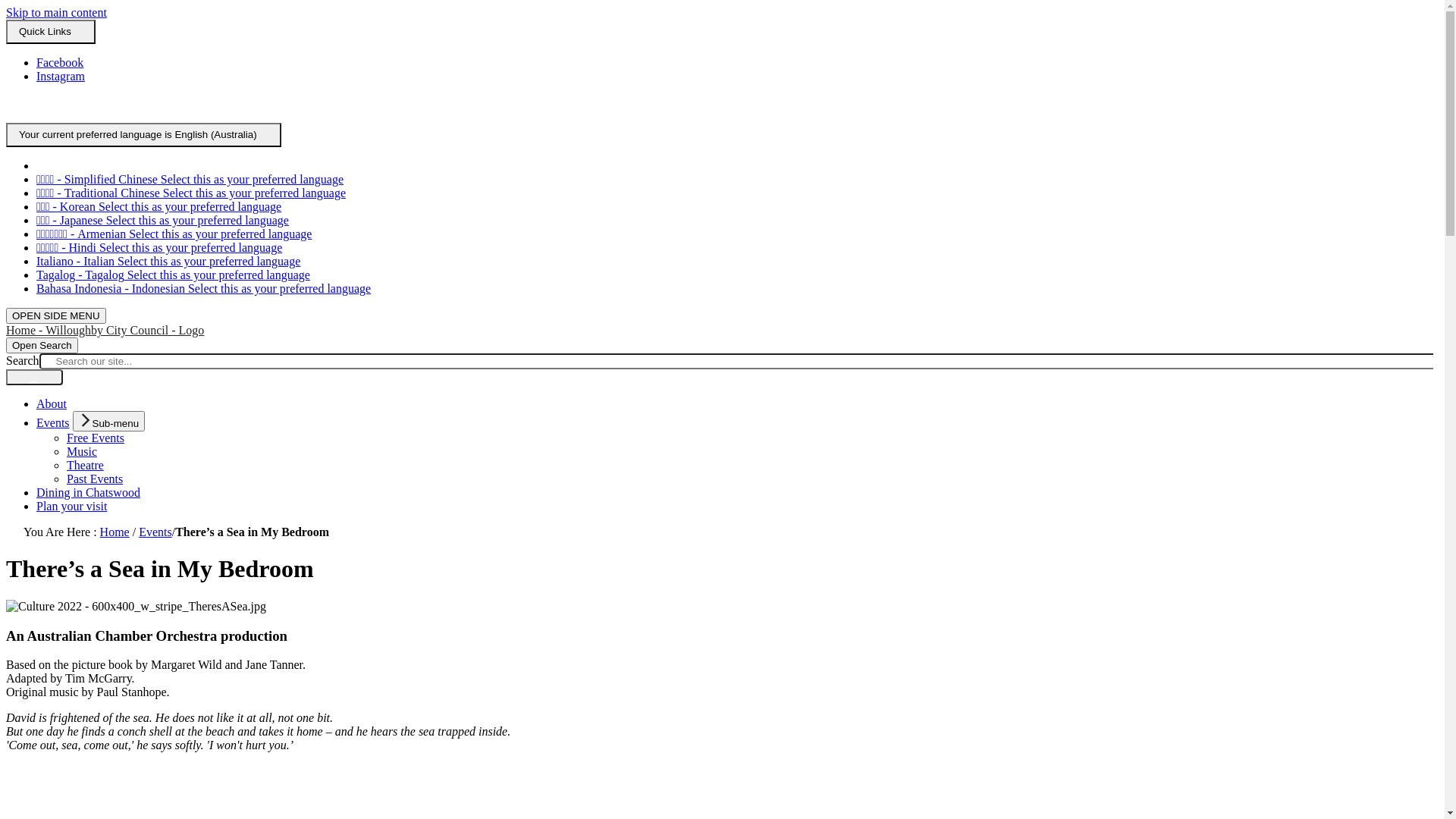 The width and height of the screenshot is (1456, 819). What do you see at coordinates (59, 61) in the screenshot?
I see `'Facebook'` at bounding box center [59, 61].